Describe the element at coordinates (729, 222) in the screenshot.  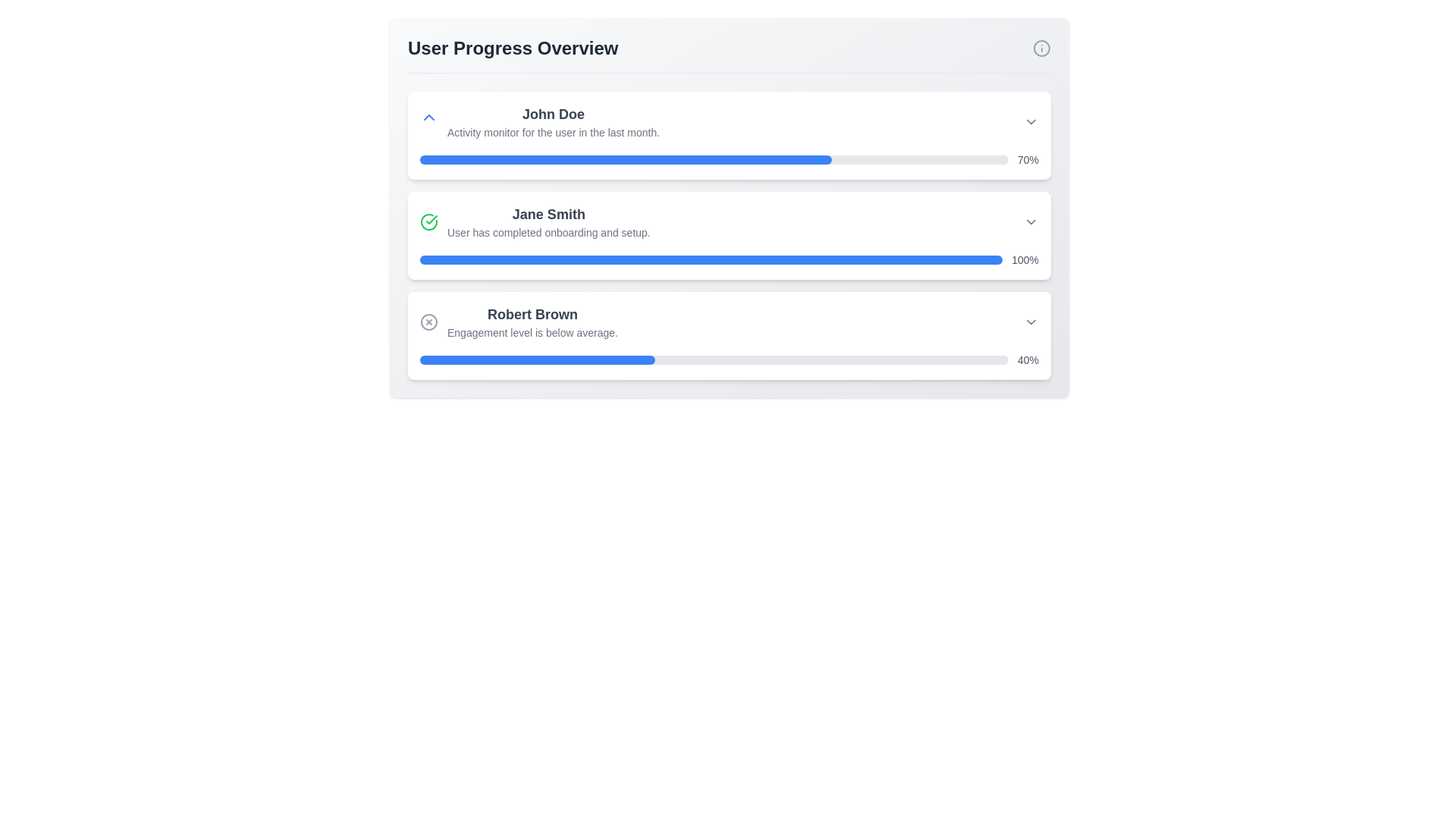
I see `the information card entry summarizing Jane Smith's progress, which is the second entry in the list of user progress cards` at that location.